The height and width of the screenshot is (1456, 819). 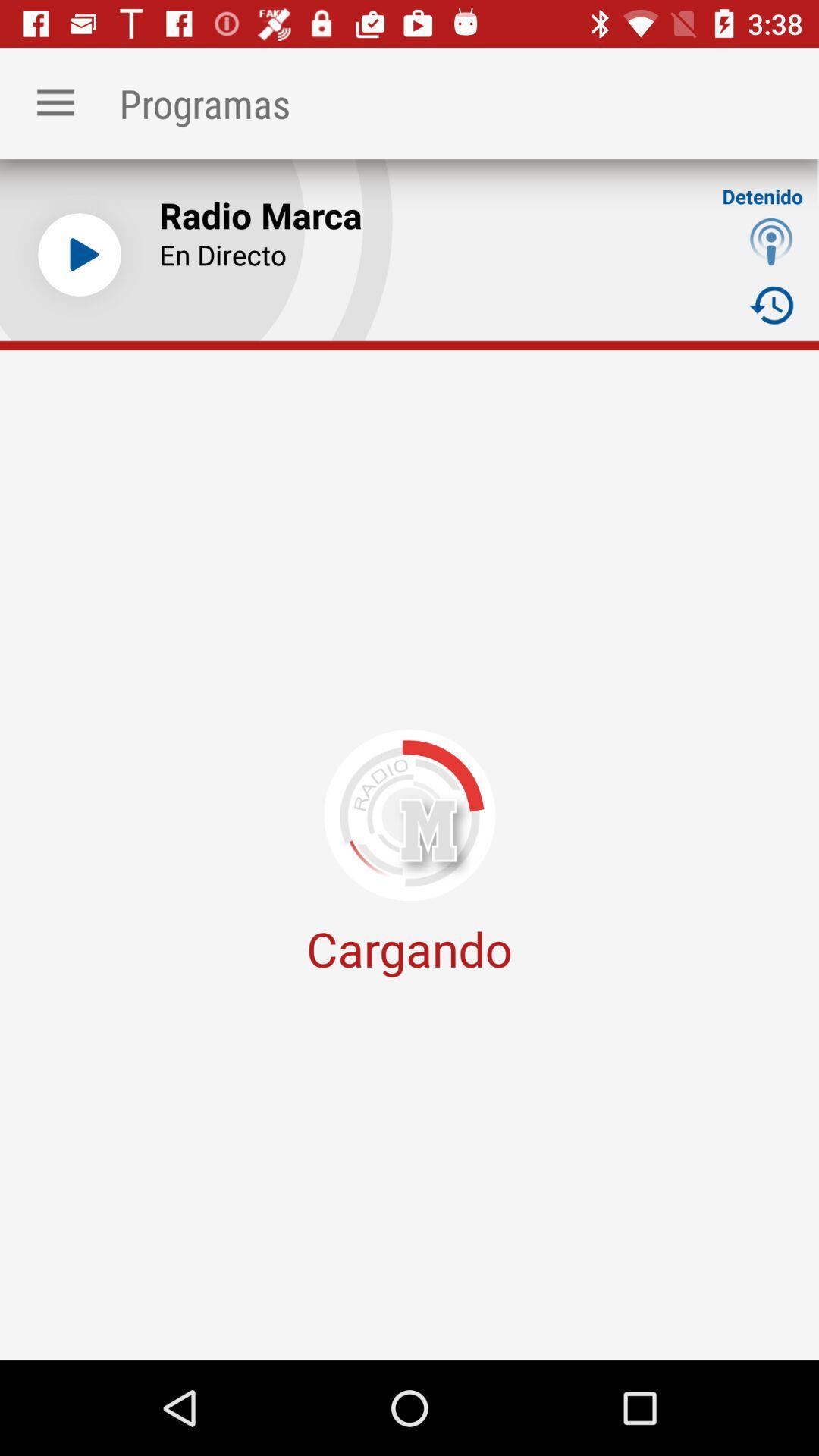 I want to click on the item to the right of the en directo item, so click(x=771, y=304).